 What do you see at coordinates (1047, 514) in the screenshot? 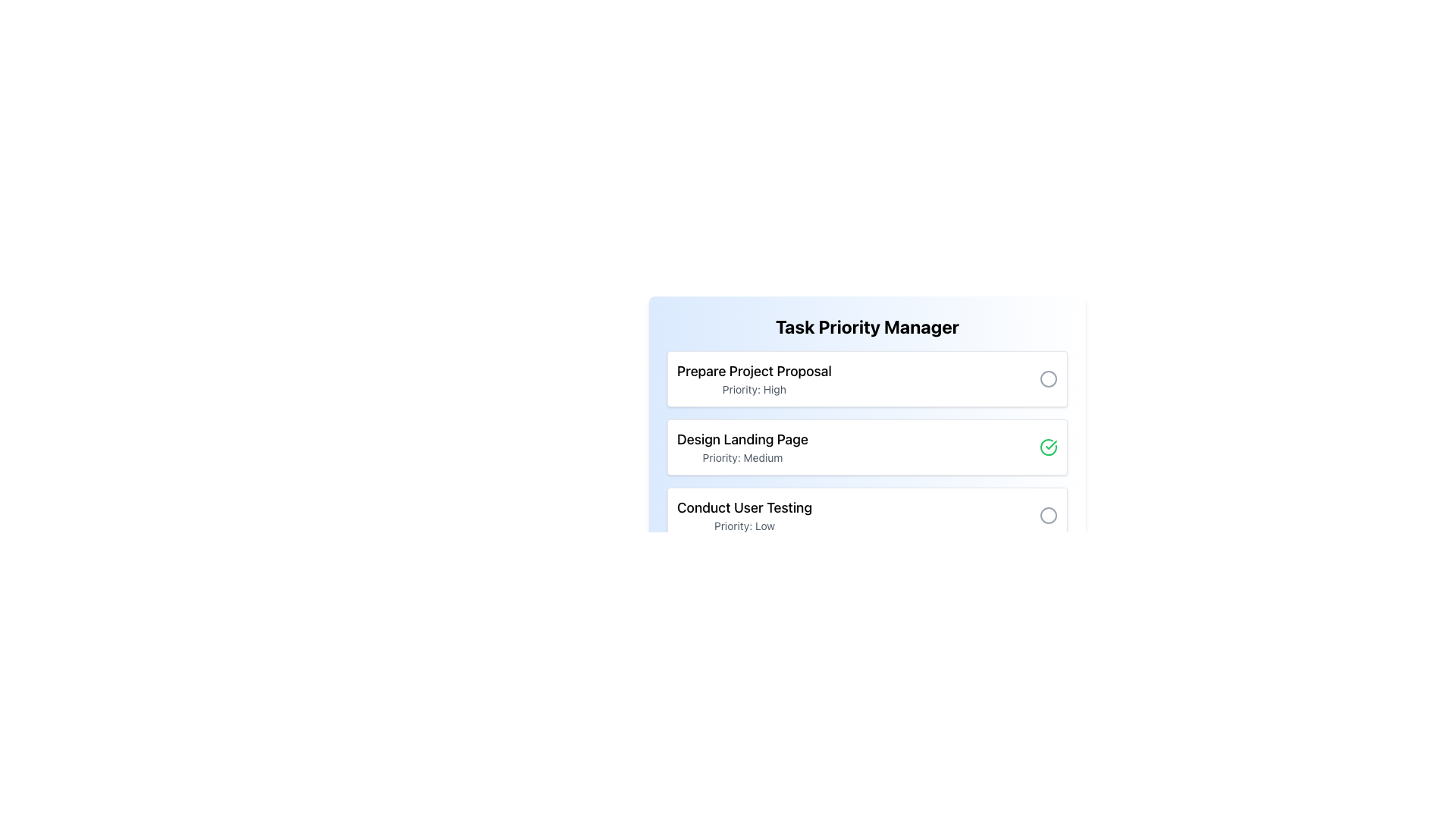
I see `the circular icon button with a grey outline located on the far-right end of the third row, associated with the 'Conduct User Testing' task` at bounding box center [1047, 514].